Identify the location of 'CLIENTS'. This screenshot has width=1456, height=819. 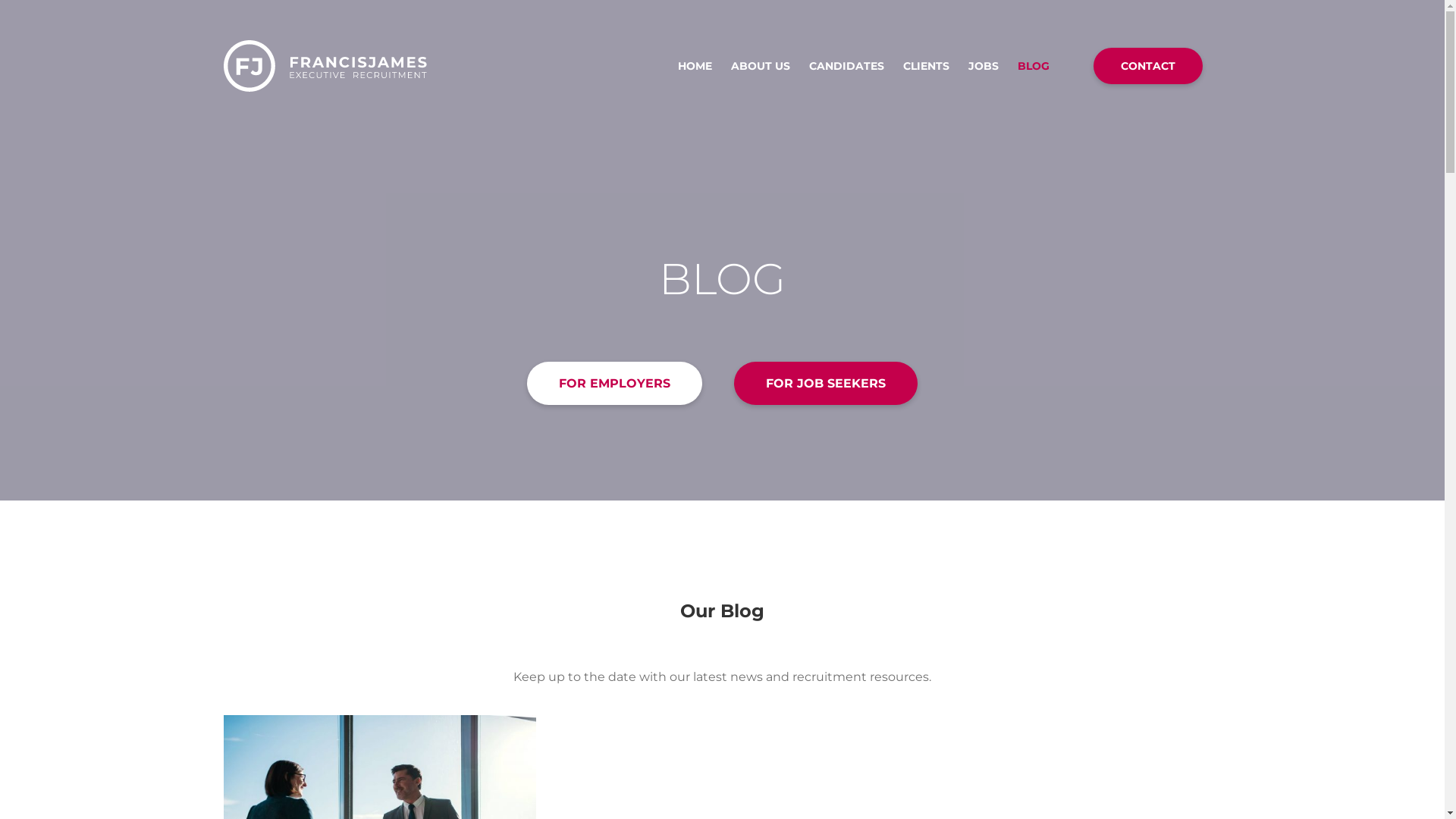
(924, 65).